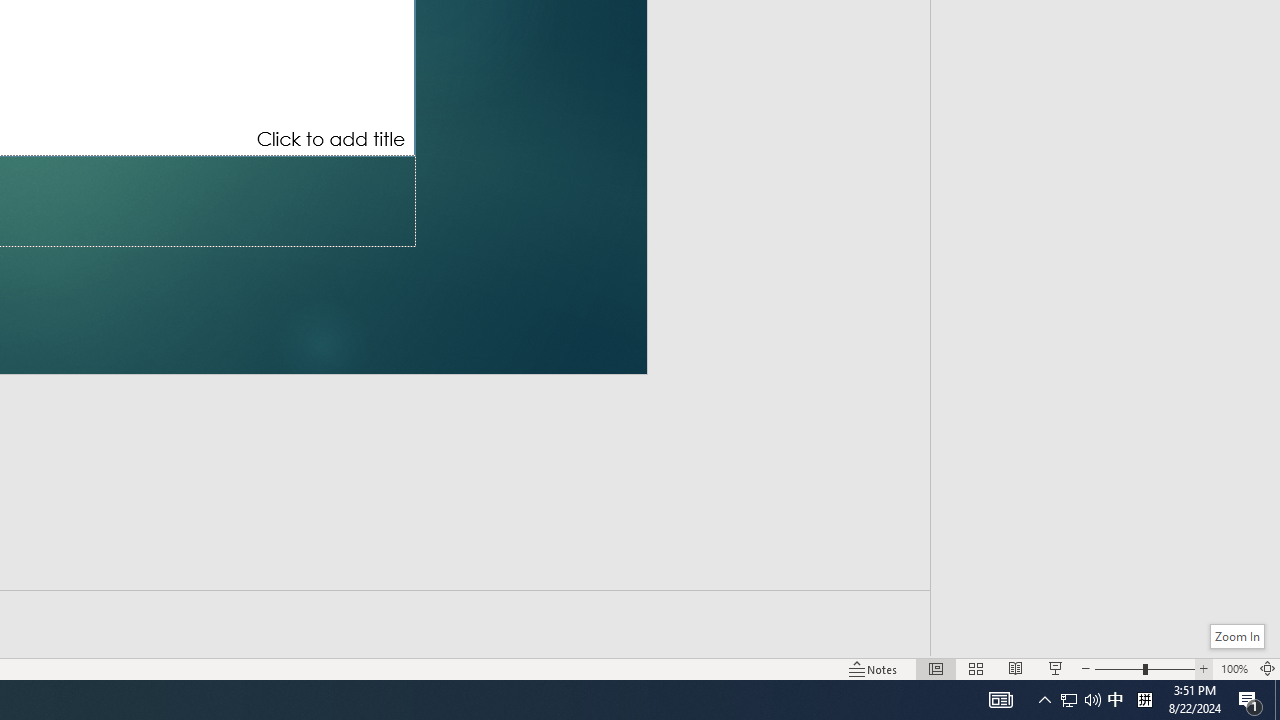  What do you see at coordinates (874, 669) in the screenshot?
I see `'Notes '` at bounding box center [874, 669].